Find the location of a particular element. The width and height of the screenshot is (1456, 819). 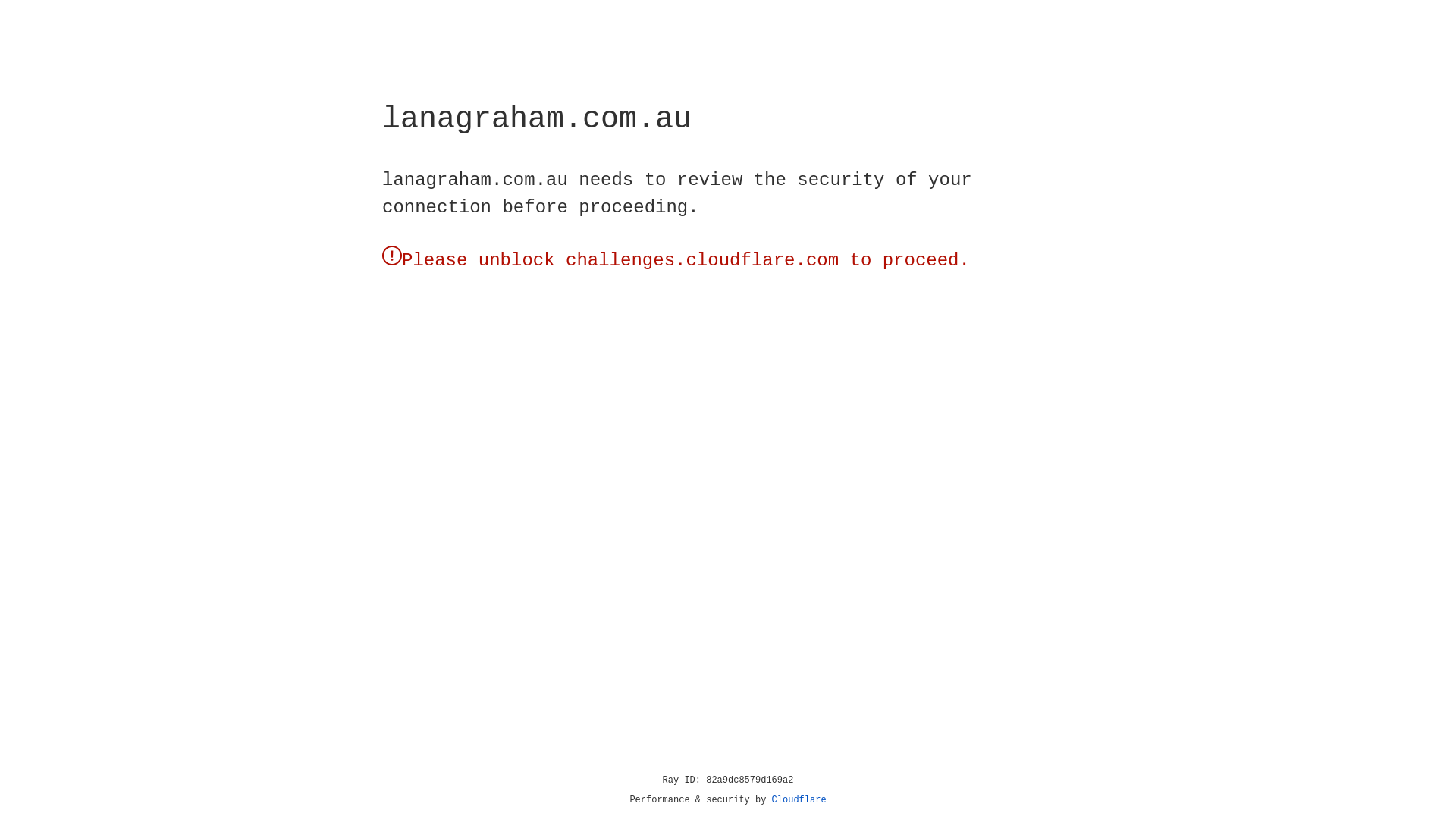

'Cloudflare' is located at coordinates (799, 799).